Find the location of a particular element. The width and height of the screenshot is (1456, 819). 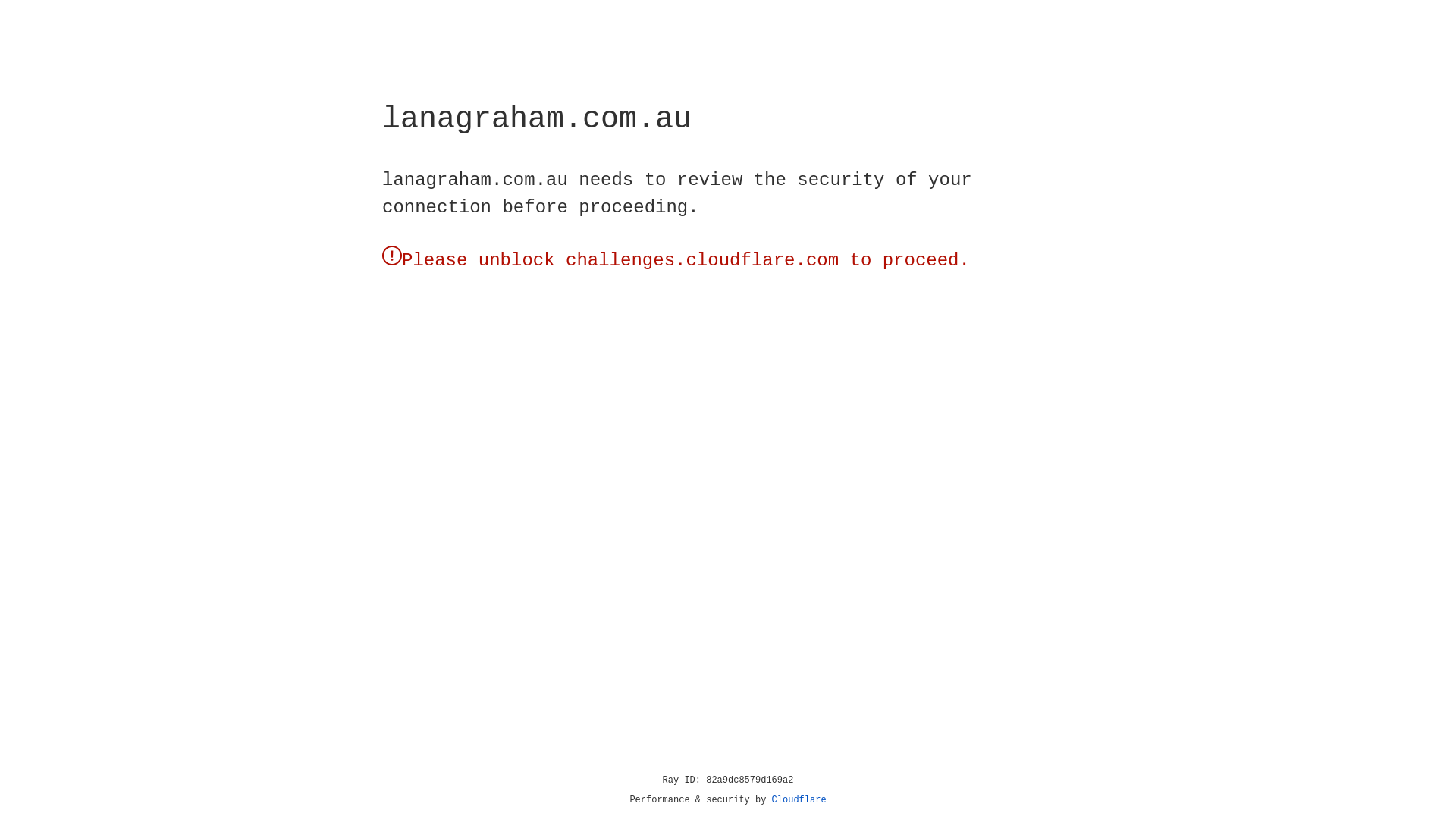

'Cloudflare' is located at coordinates (799, 799).